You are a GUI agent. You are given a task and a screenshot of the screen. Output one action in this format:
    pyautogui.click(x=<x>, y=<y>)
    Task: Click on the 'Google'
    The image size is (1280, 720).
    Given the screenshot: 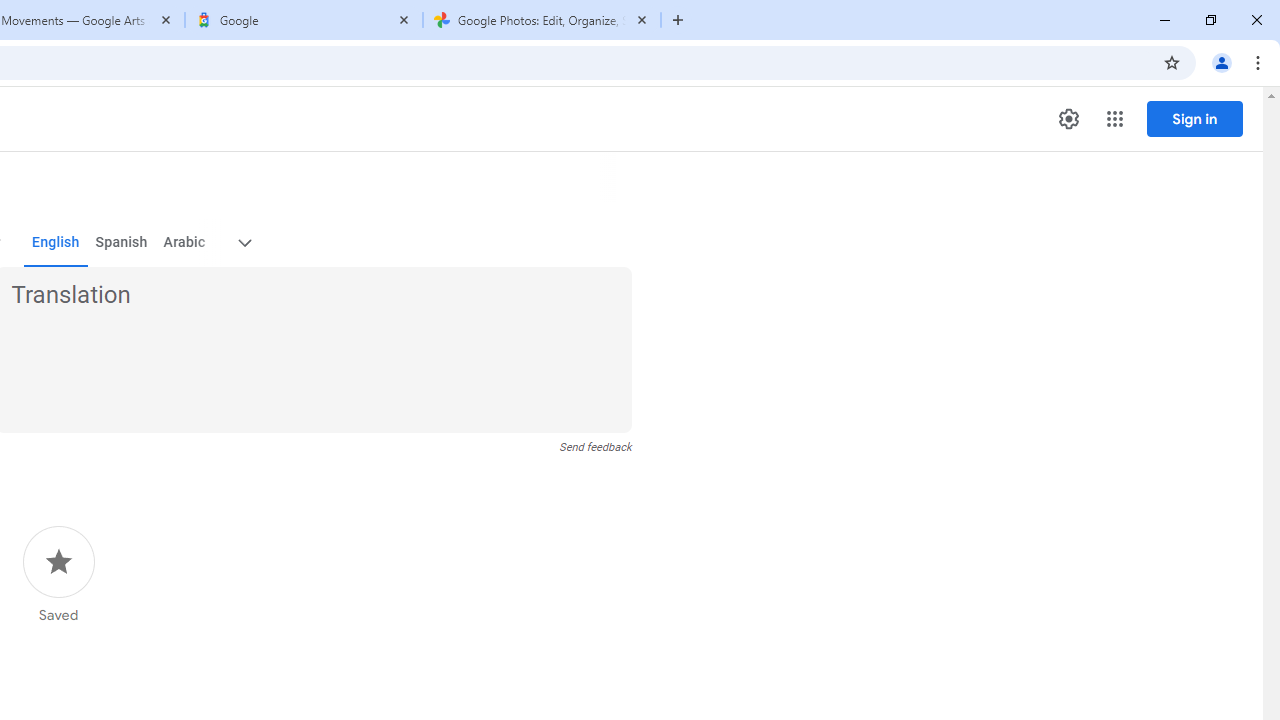 What is the action you would take?
    pyautogui.click(x=303, y=20)
    